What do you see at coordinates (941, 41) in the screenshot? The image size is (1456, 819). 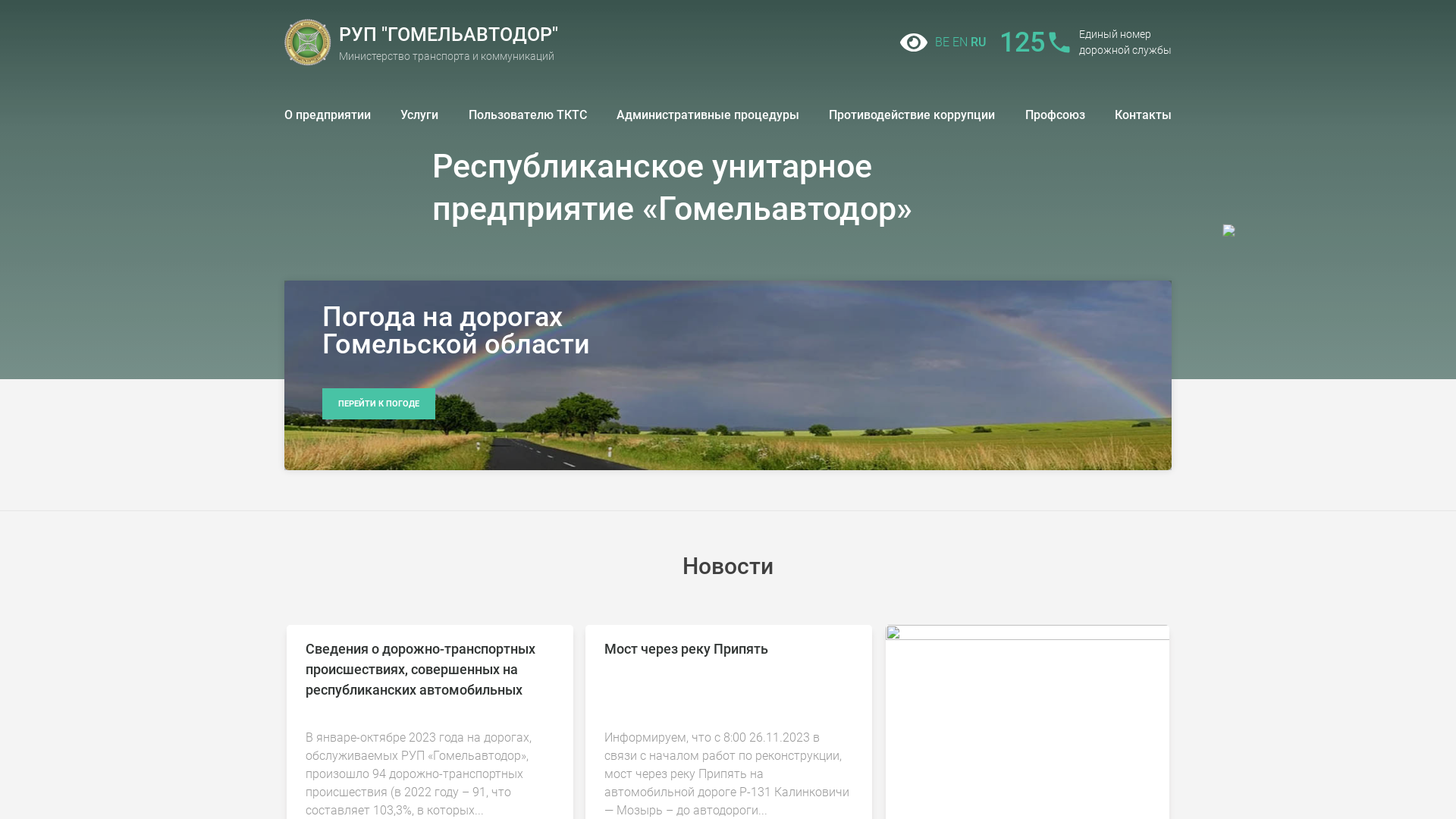 I see `'BE'` at bounding box center [941, 41].